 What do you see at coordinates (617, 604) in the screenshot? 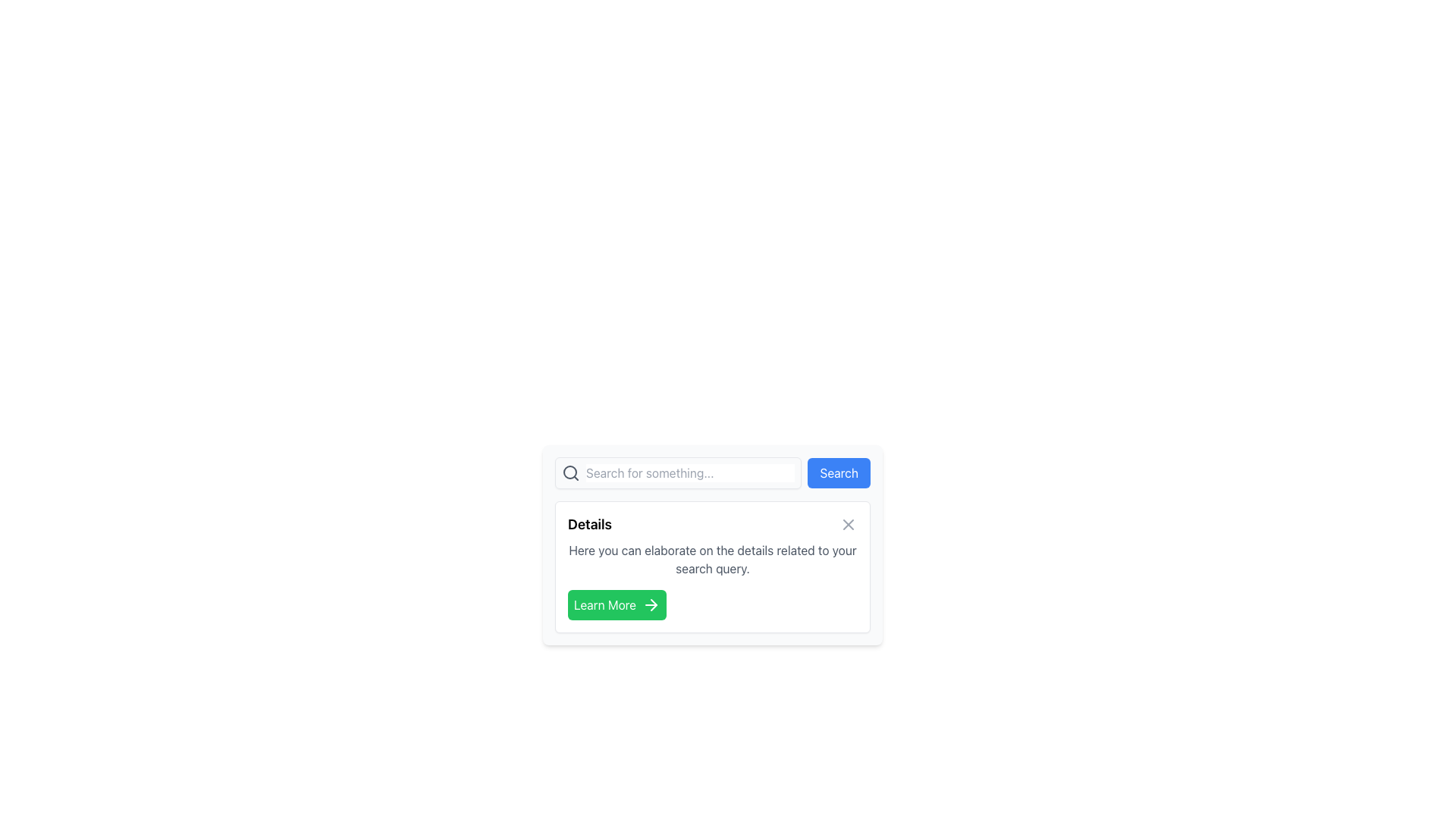
I see `the 'Learn More' button with a bright green background and white text located within the 'Details' card to observe the hover effect` at bounding box center [617, 604].